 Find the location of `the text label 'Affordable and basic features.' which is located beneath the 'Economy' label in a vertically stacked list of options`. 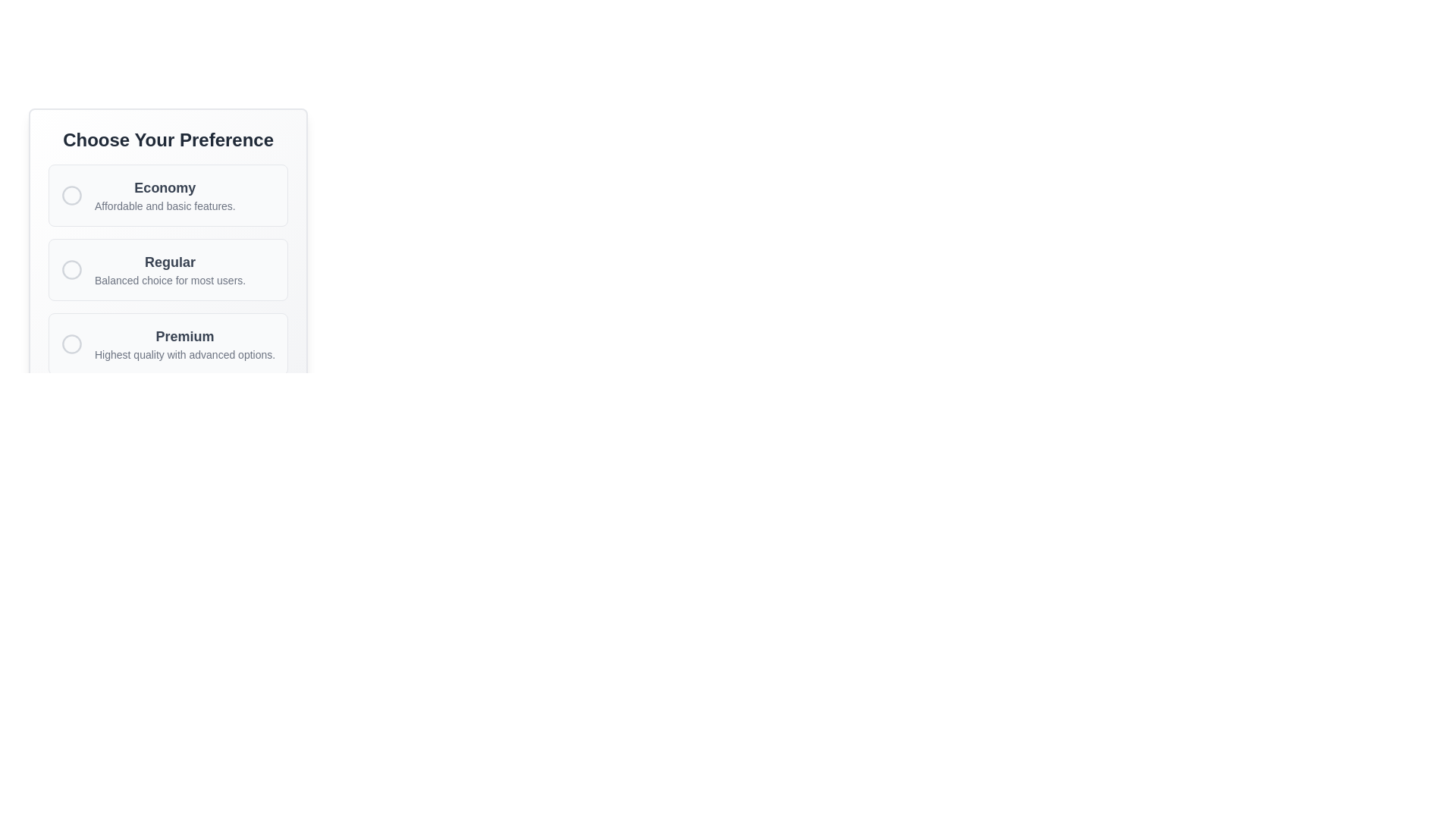

the text label 'Affordable and basic features.' which is located beneath the 'Economy' label in a vertically stacked list of options is located at coordinates (165, 206).